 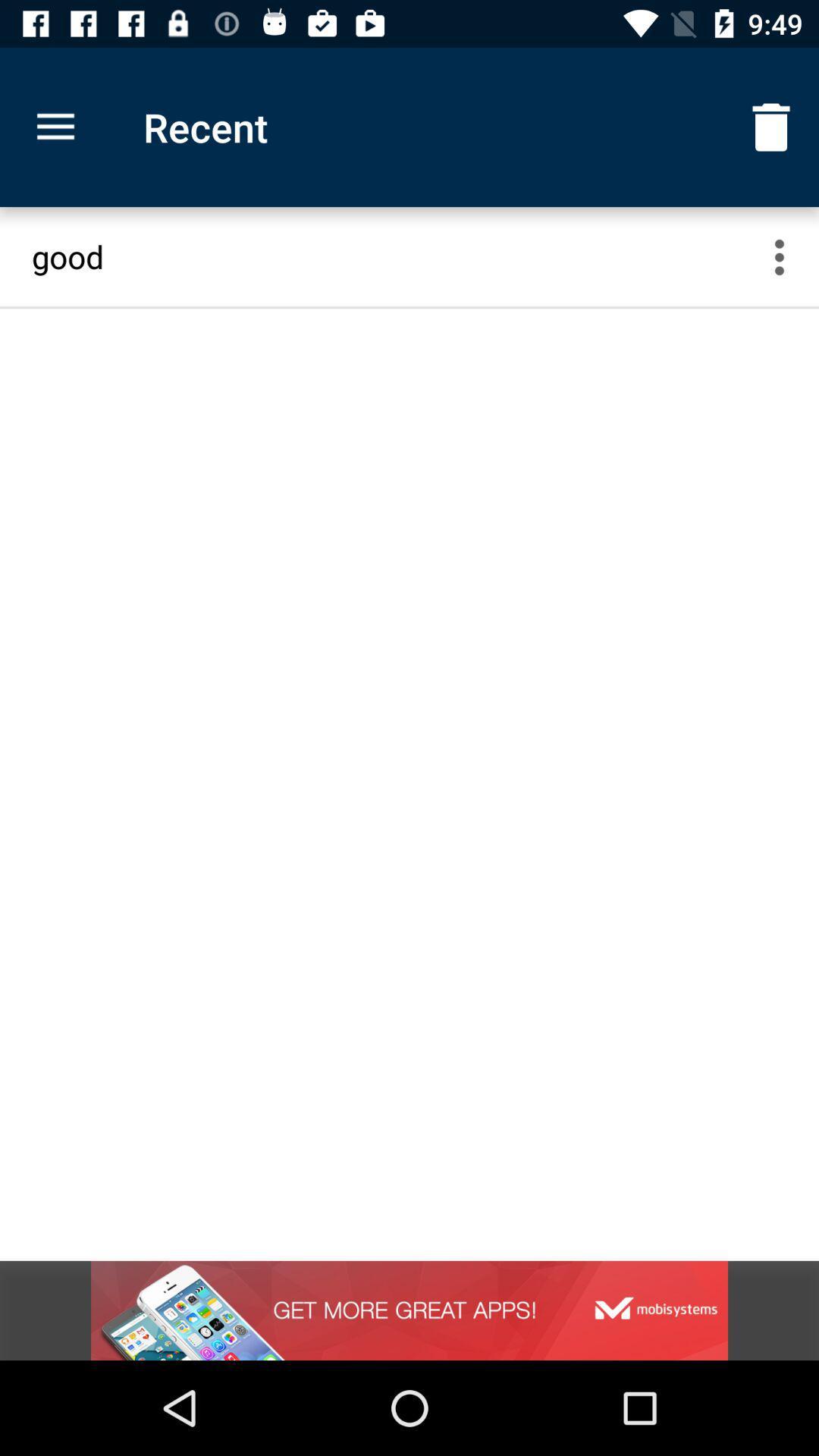 What do you see at coordinates (55, 127) in the screenshot?
I see `item above the good icon` at bounding box center [55, 127].